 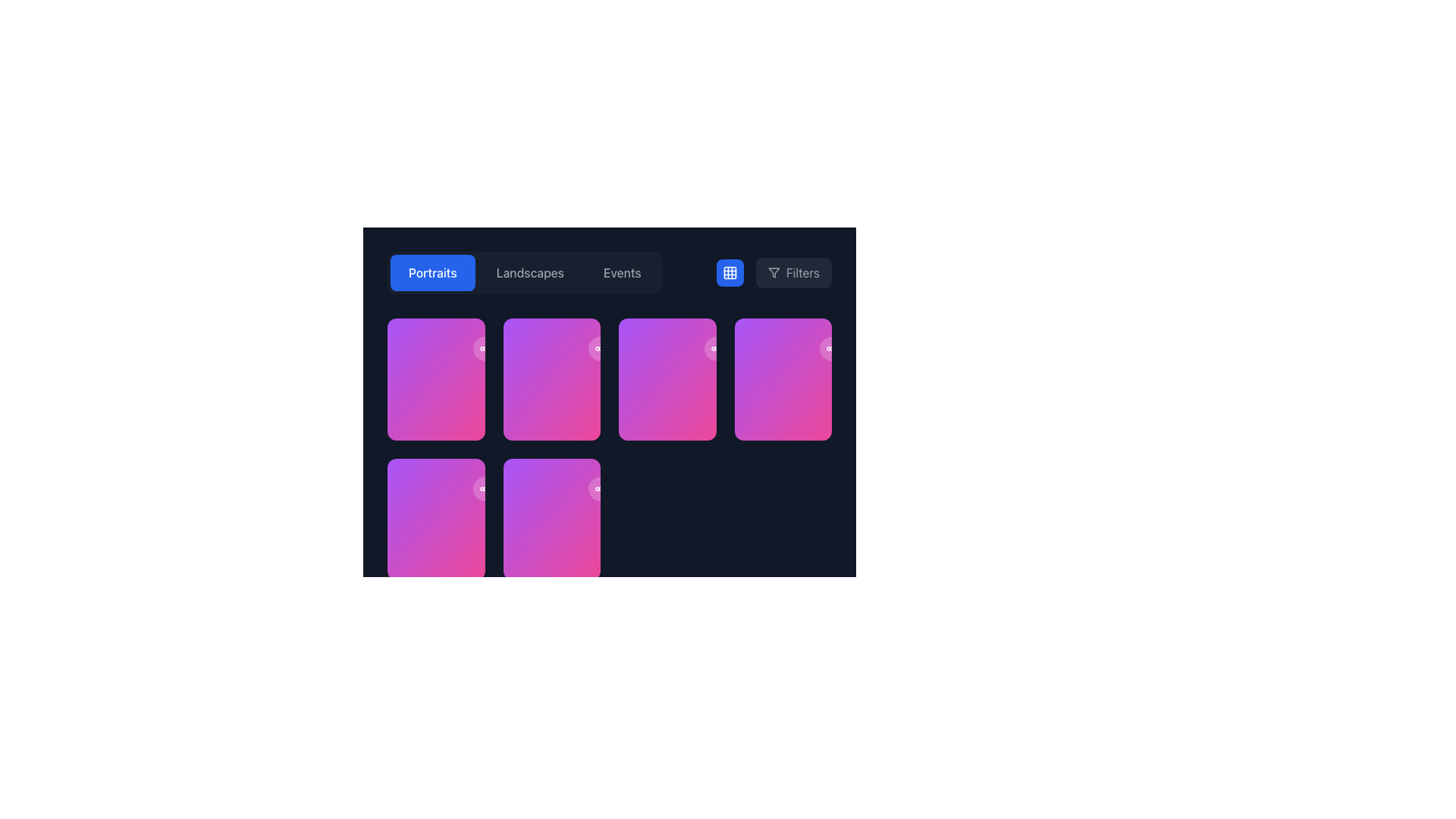 What do you see at coordinates (509, 488) in the screenshot?
I see `the bookmark button located in the bottom right corner of the grid` at bounding box center [509, 488].